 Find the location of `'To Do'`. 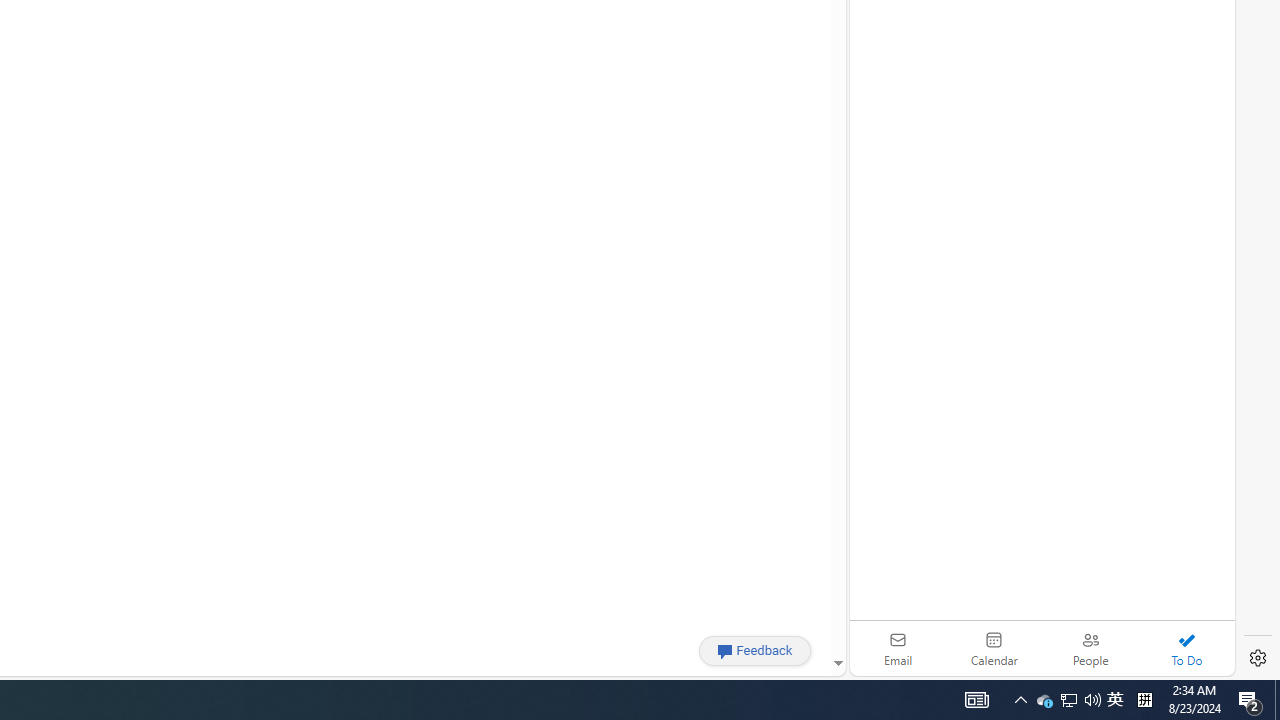

'To Do' is located at coordinates (1186, 648).